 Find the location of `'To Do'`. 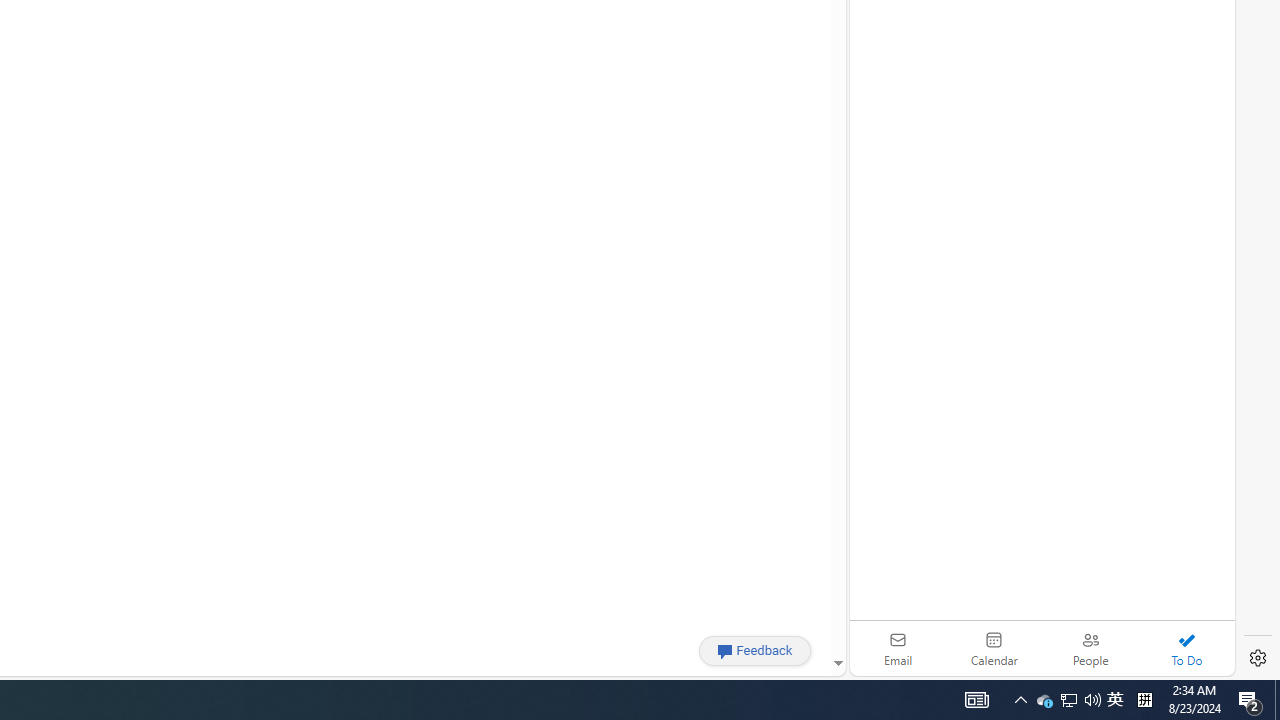

'To Do' is located at coordinates (1186, 648).